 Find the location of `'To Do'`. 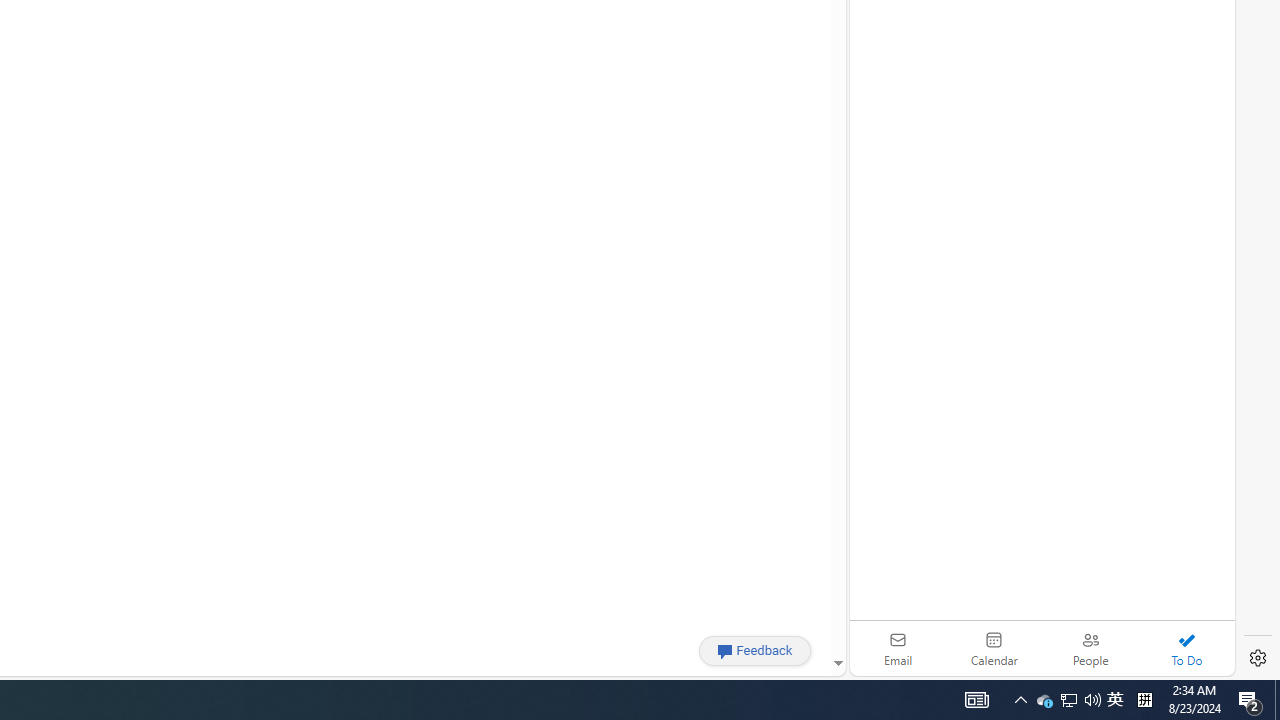

'To Do' is located at coordinates (1186, 648).